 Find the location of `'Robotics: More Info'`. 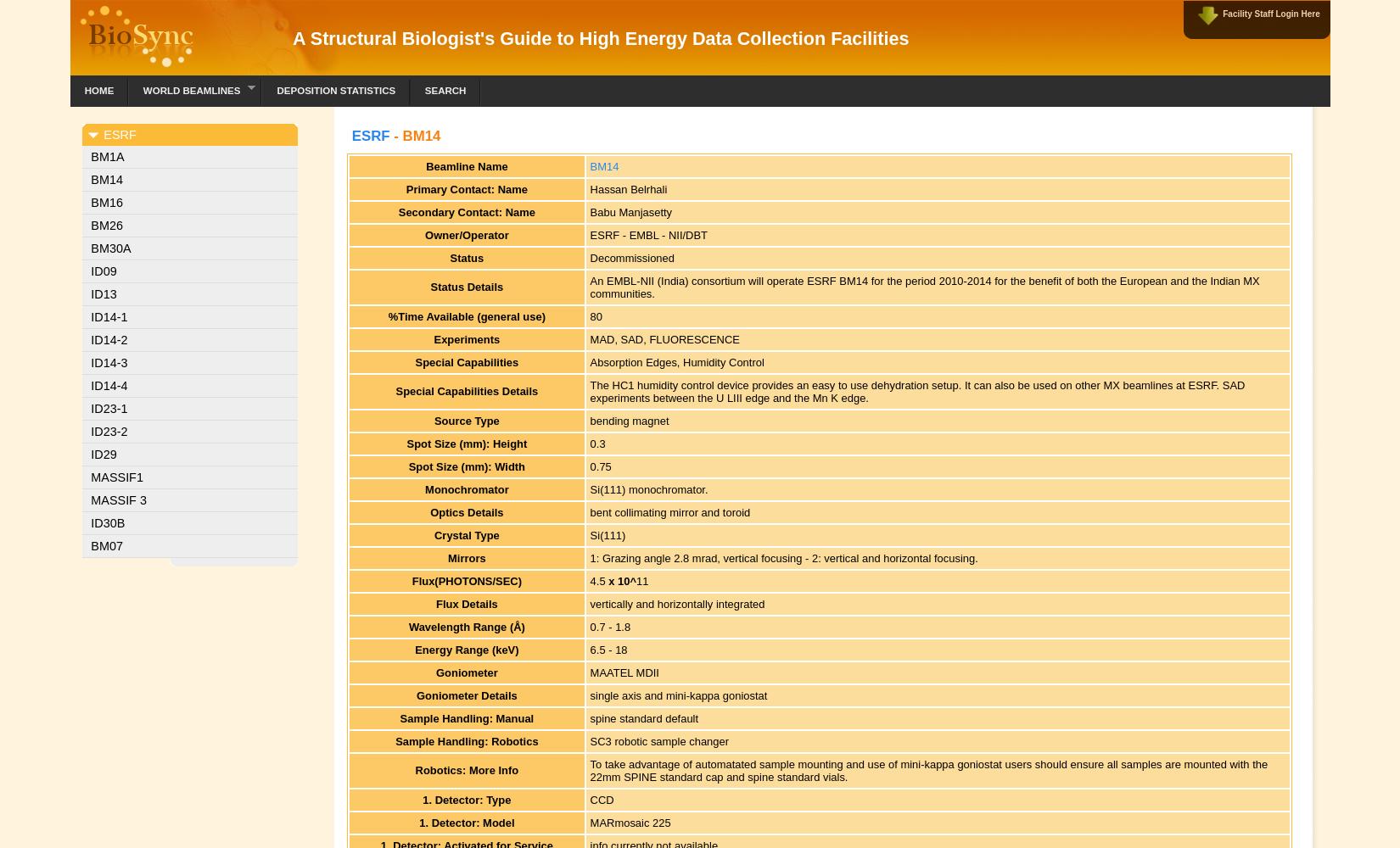

'Robotics: More Info' is located at coordinates (465, 770).